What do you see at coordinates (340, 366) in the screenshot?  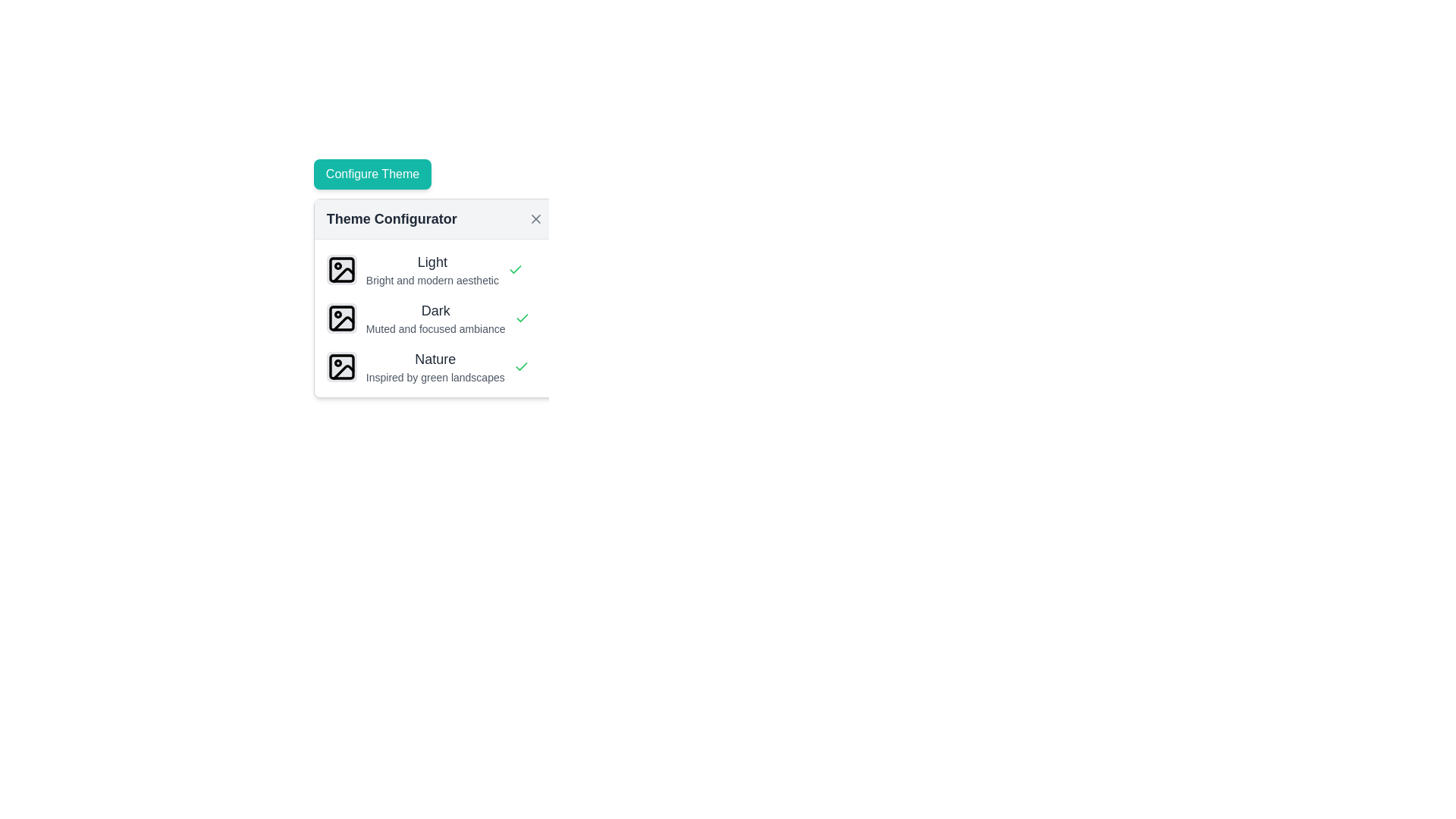 I see `the small rectangular icon with rounded corners that represents the 'Nature' theme in the 'Theme Configurator' panel` at bounding box center [340, 366].